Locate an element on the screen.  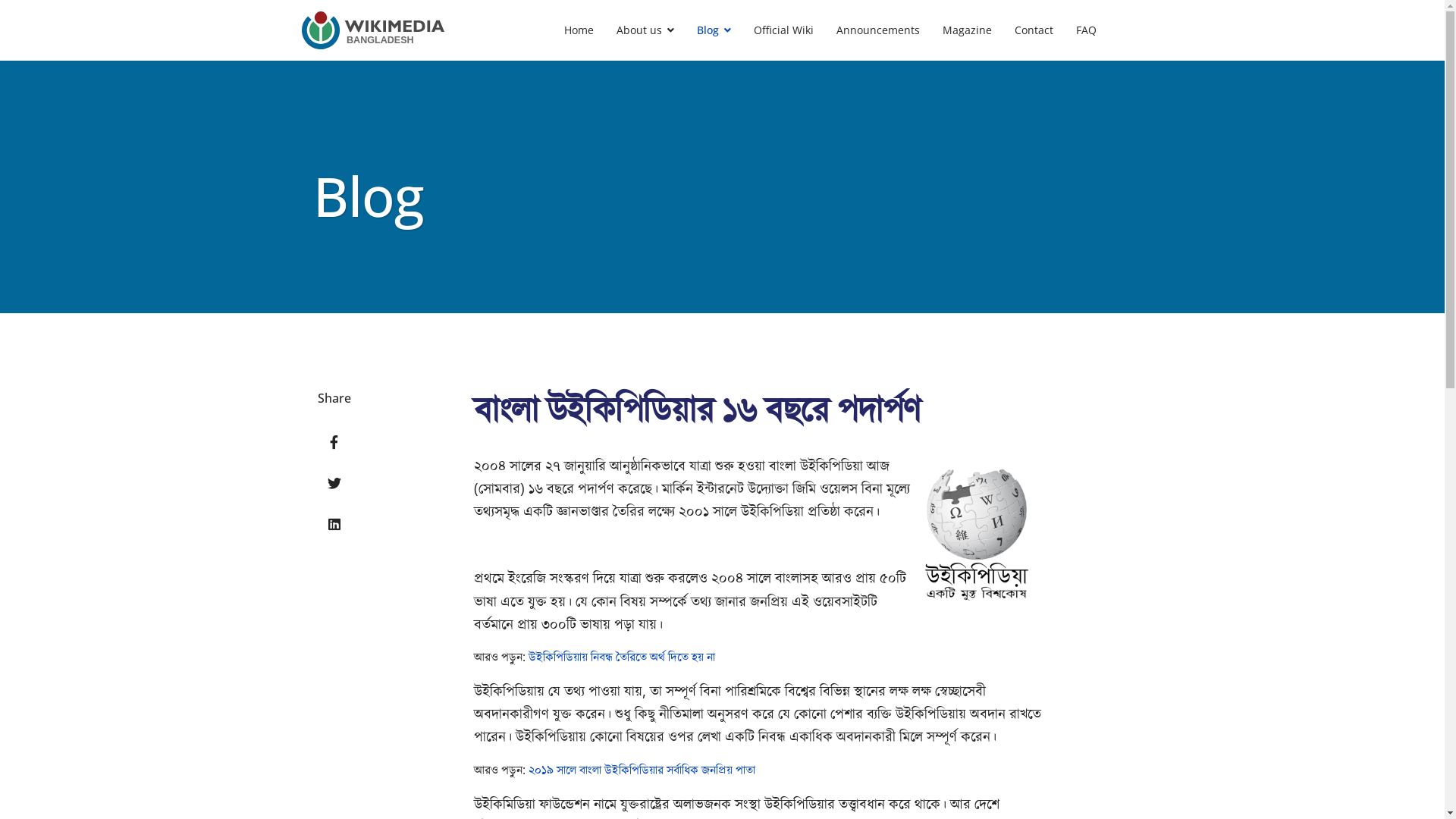
'Twitter' is located at coordinates (334, 482).